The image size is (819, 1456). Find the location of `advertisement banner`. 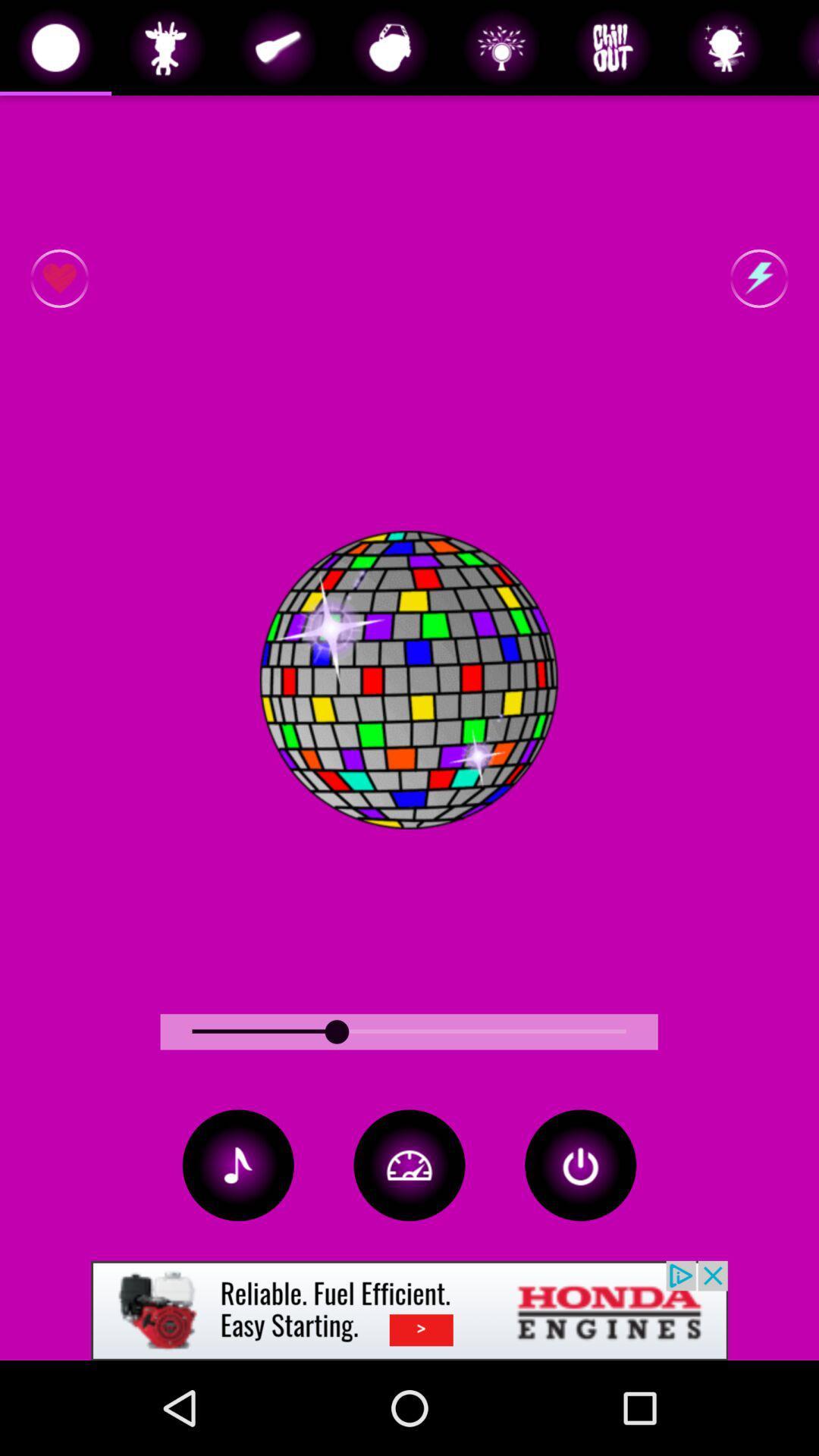

advertisement banner is located at coordinates (409, 1310).